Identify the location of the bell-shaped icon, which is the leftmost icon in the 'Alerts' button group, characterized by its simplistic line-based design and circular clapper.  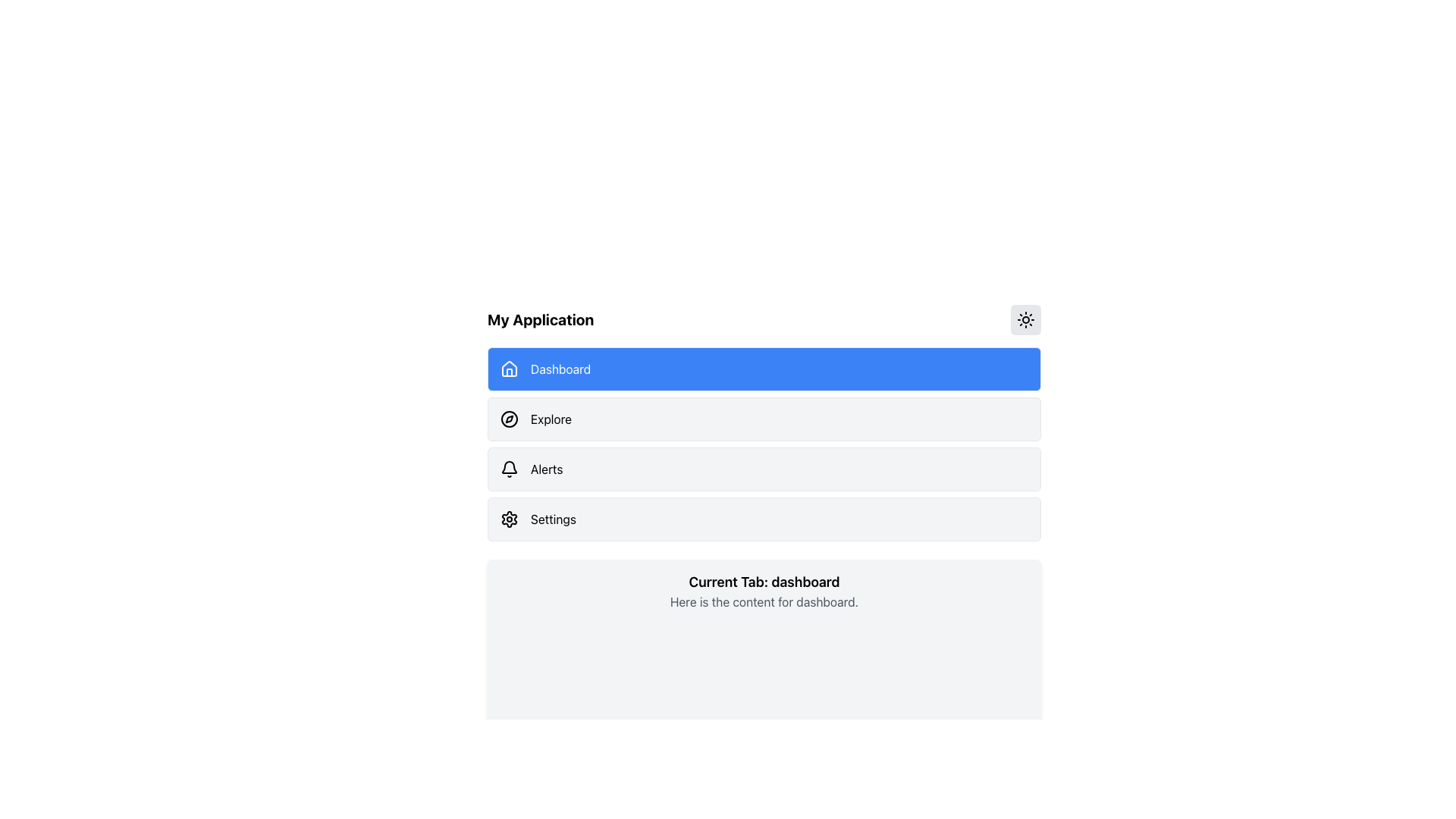
(510, 468).